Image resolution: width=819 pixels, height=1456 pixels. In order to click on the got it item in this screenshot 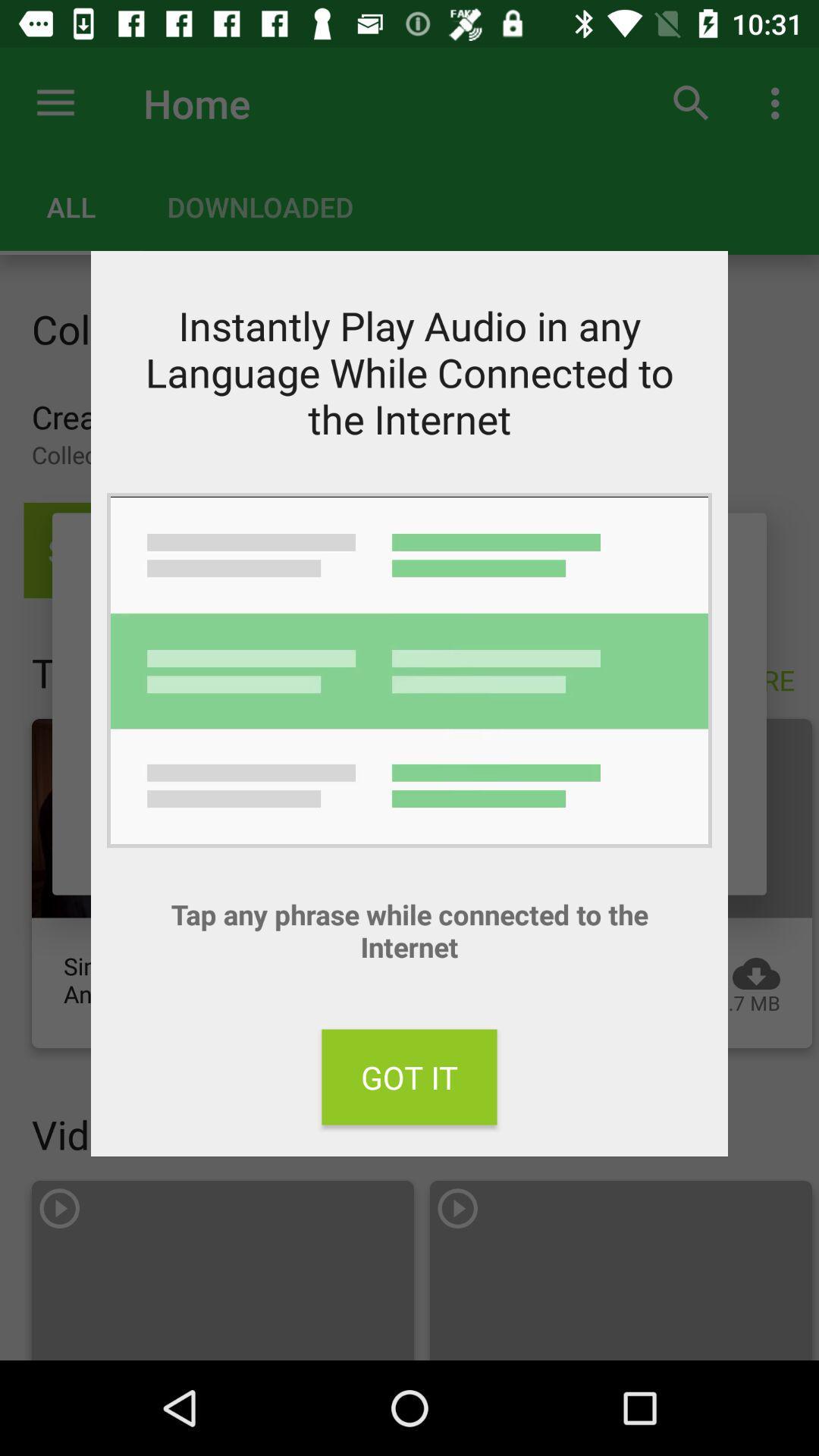, I will do `click(409, 1076)`.